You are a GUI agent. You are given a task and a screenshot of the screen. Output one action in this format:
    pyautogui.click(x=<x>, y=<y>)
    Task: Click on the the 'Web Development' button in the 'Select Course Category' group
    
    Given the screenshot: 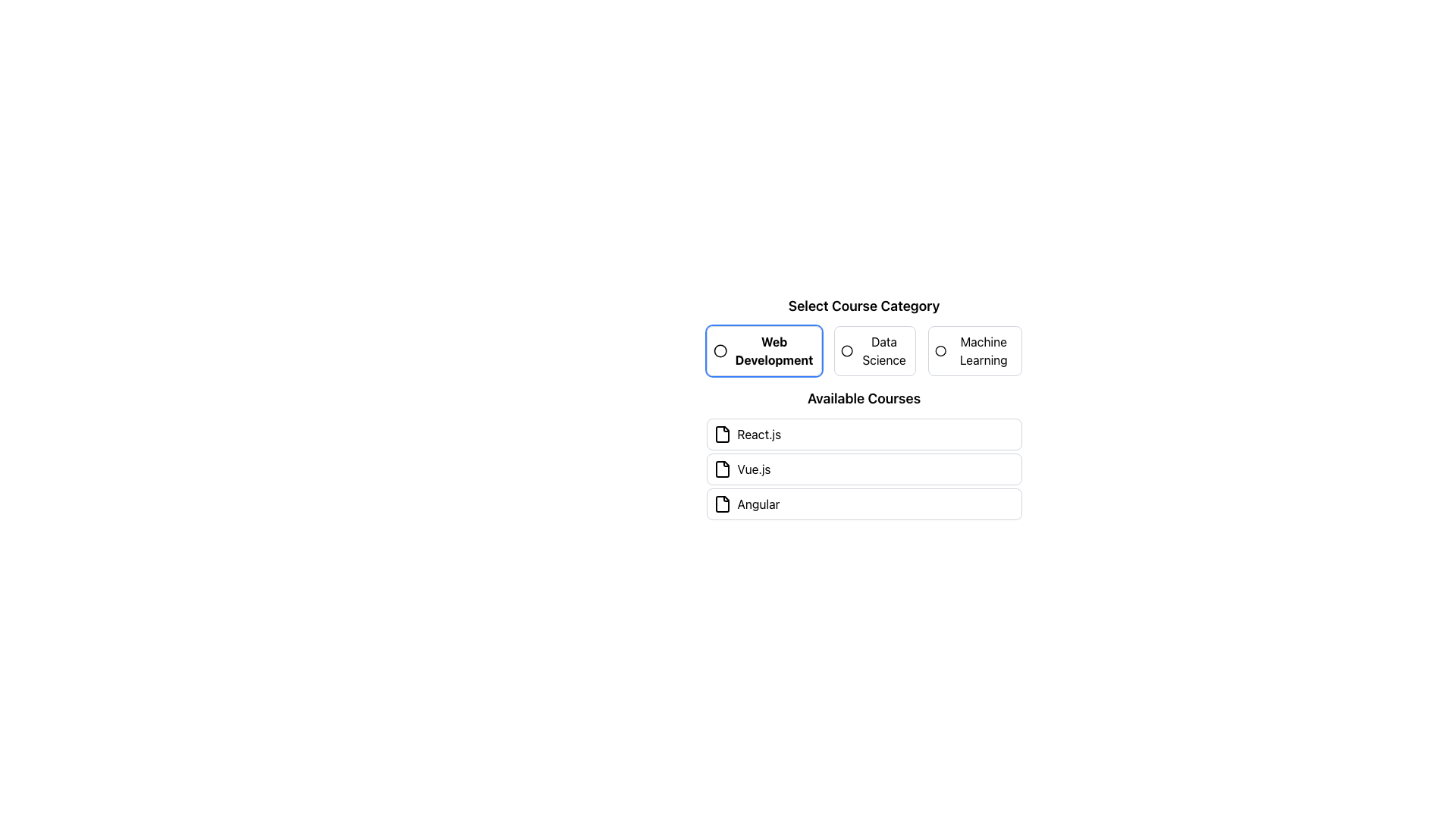 What is the action you would take?
    pyautogui.click(x=764, y=350)
    